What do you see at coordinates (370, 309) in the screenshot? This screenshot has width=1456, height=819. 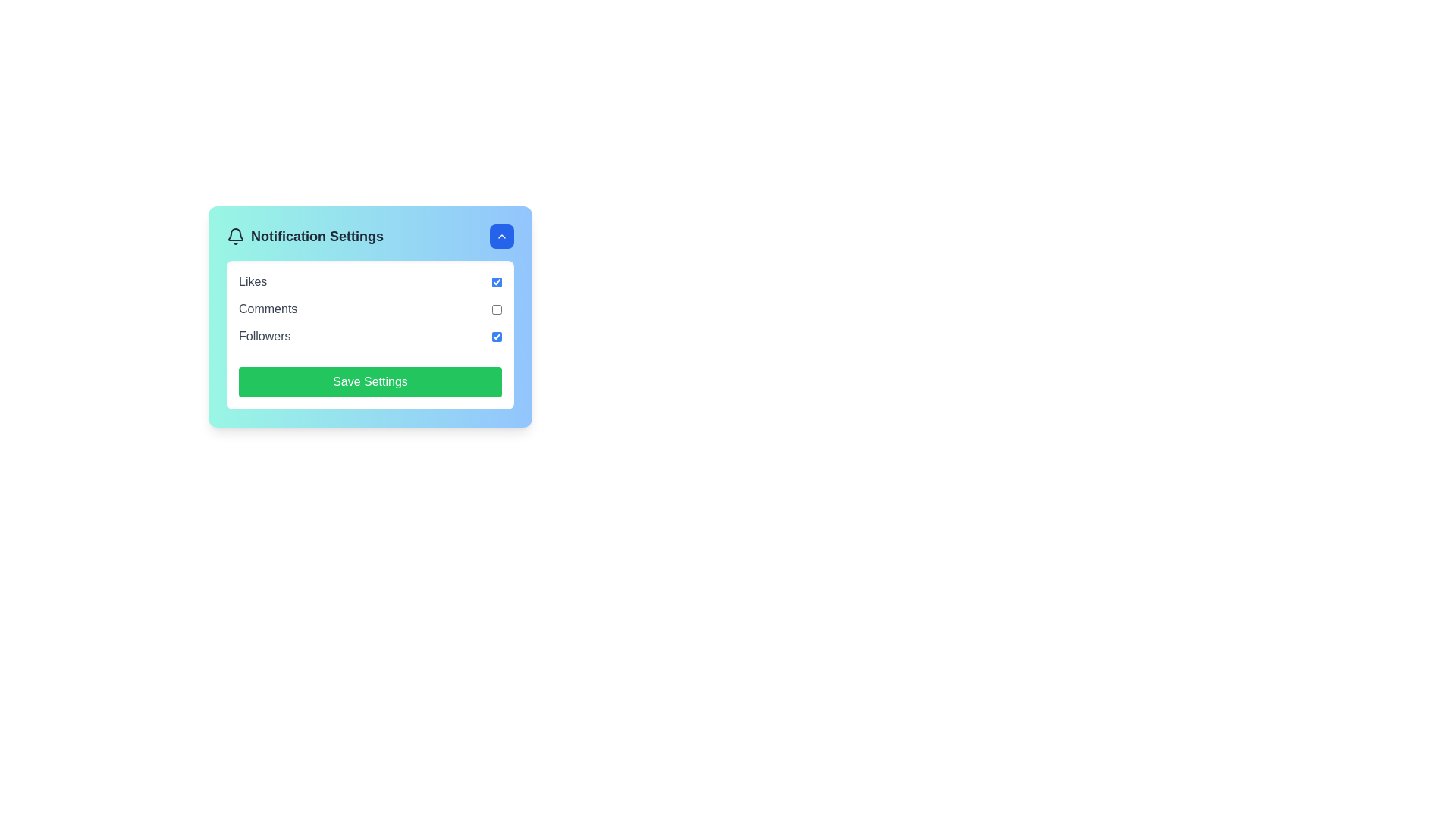 I see `the labeled checkbox for comments` at bounding box center [370, 309].